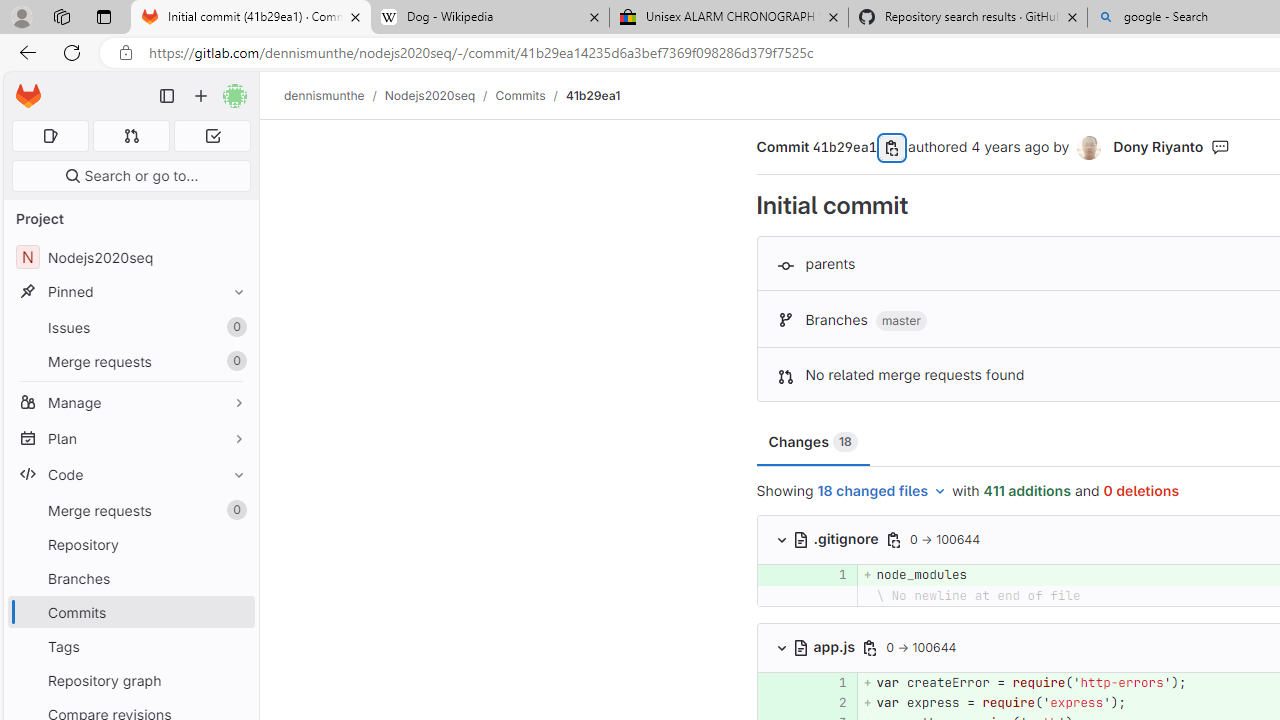  Describe the element at coordinates (870, 647) in the screenshot. I see `'Copy file path'` at that location.